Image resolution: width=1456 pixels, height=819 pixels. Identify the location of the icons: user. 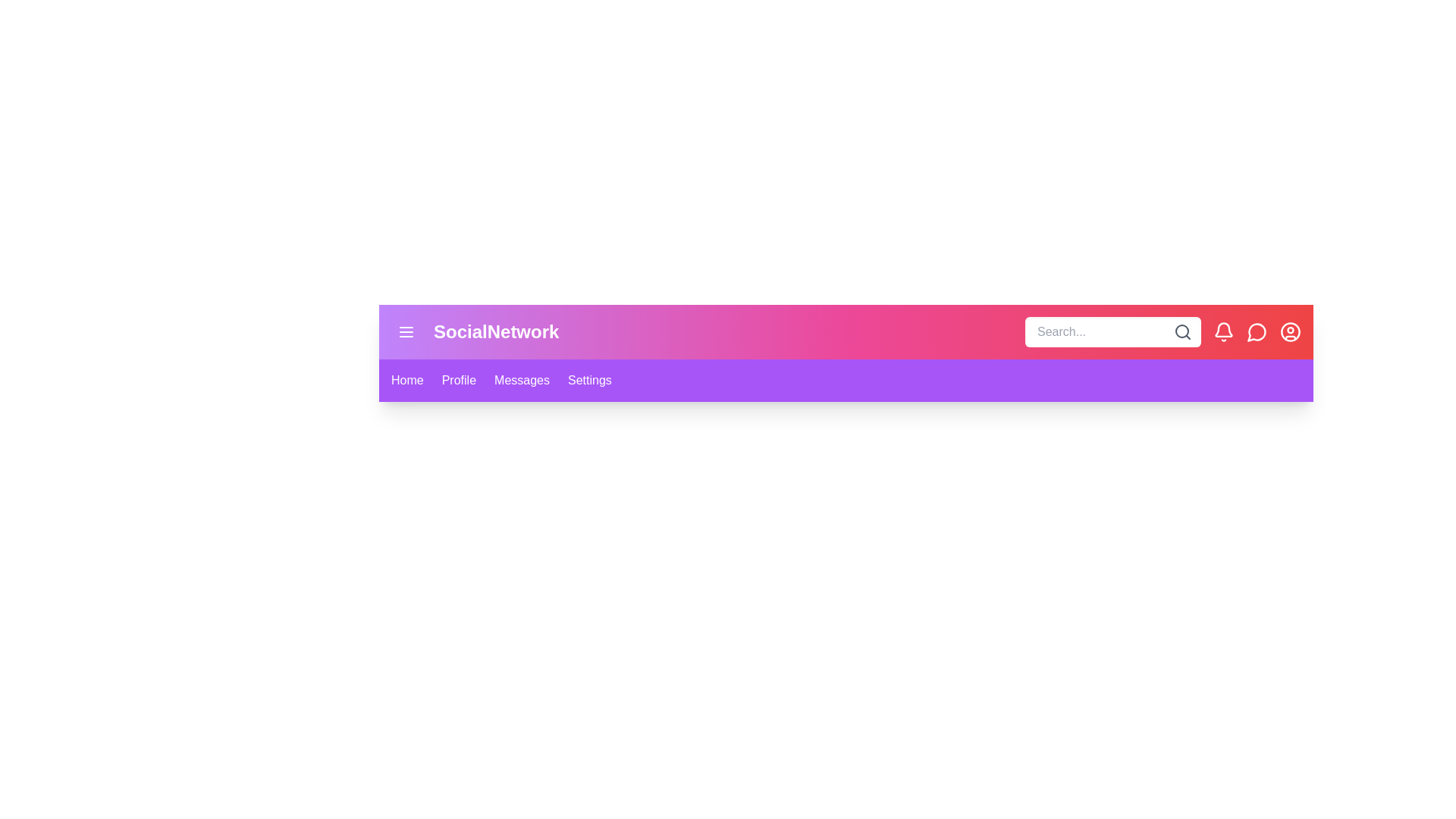
(1290, 331).